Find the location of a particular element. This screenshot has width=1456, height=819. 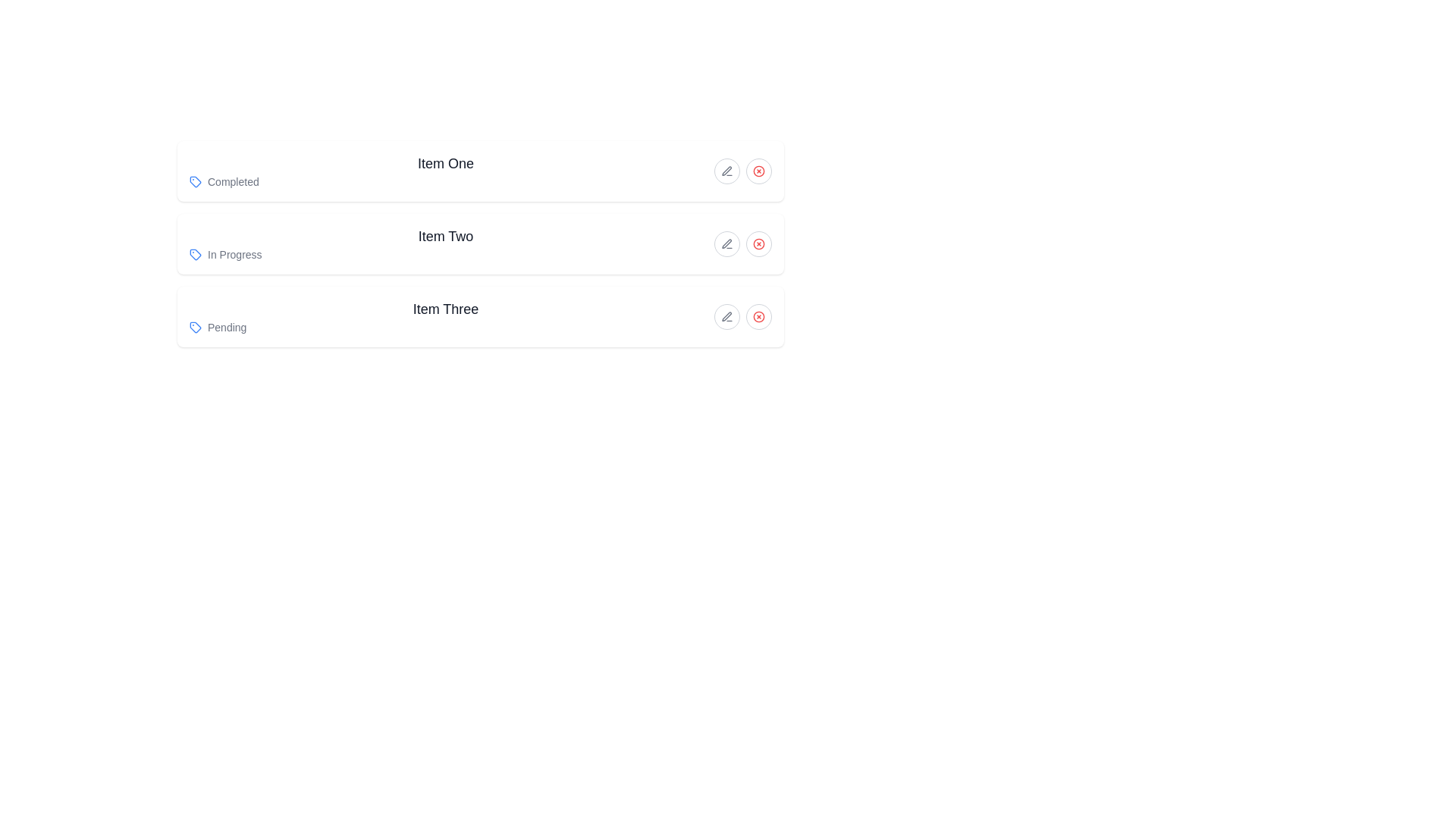

the Status label with an icon located in the 'Item Two' section is located at coordinates (445, 253).